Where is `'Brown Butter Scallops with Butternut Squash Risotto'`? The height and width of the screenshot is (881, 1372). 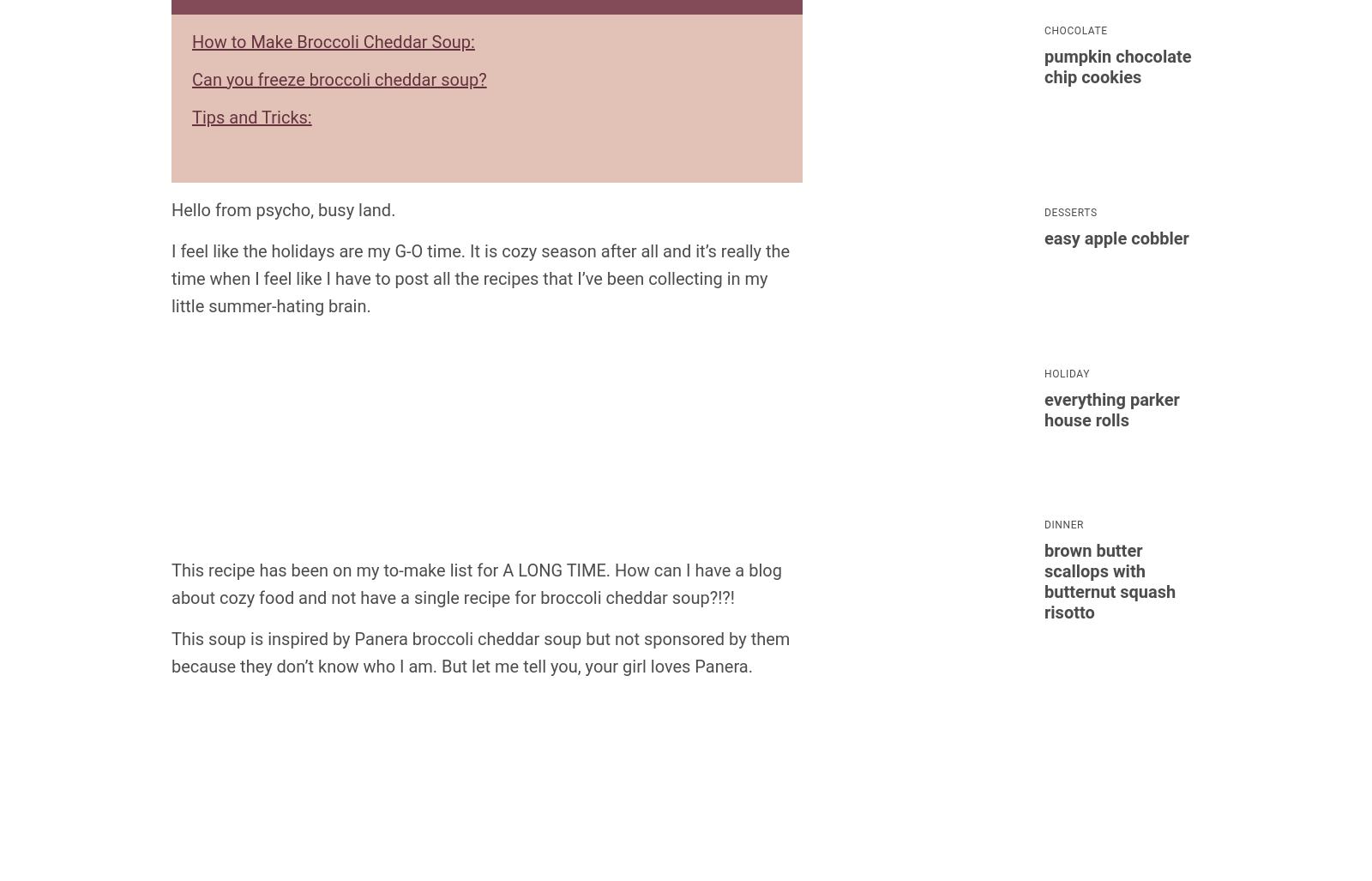 'Brown Butter Scallops with Butternut Squash Risotto' is located at coordinates (1109, 579).